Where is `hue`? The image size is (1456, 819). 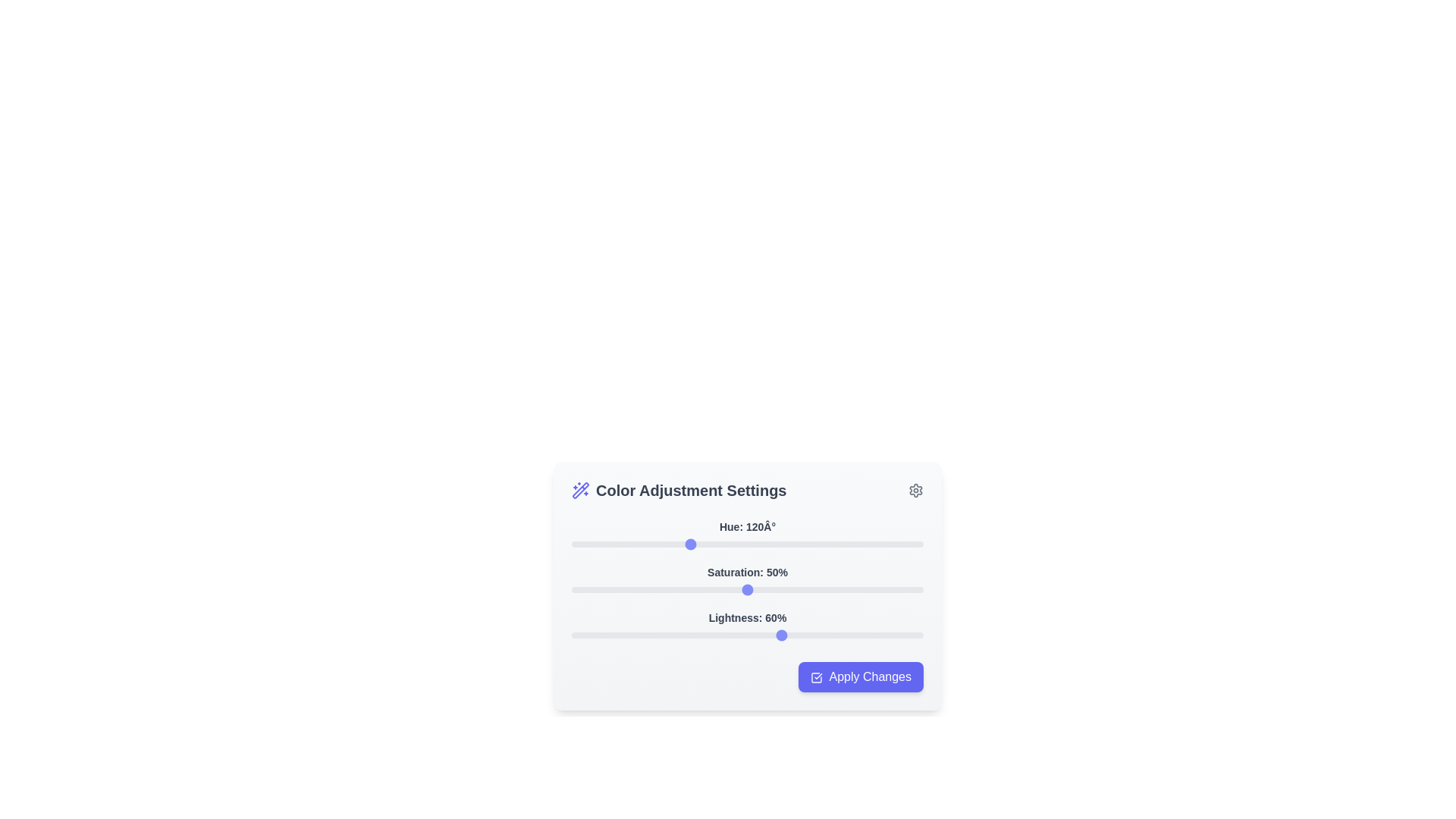
hue is located at coordinates (763, 543).